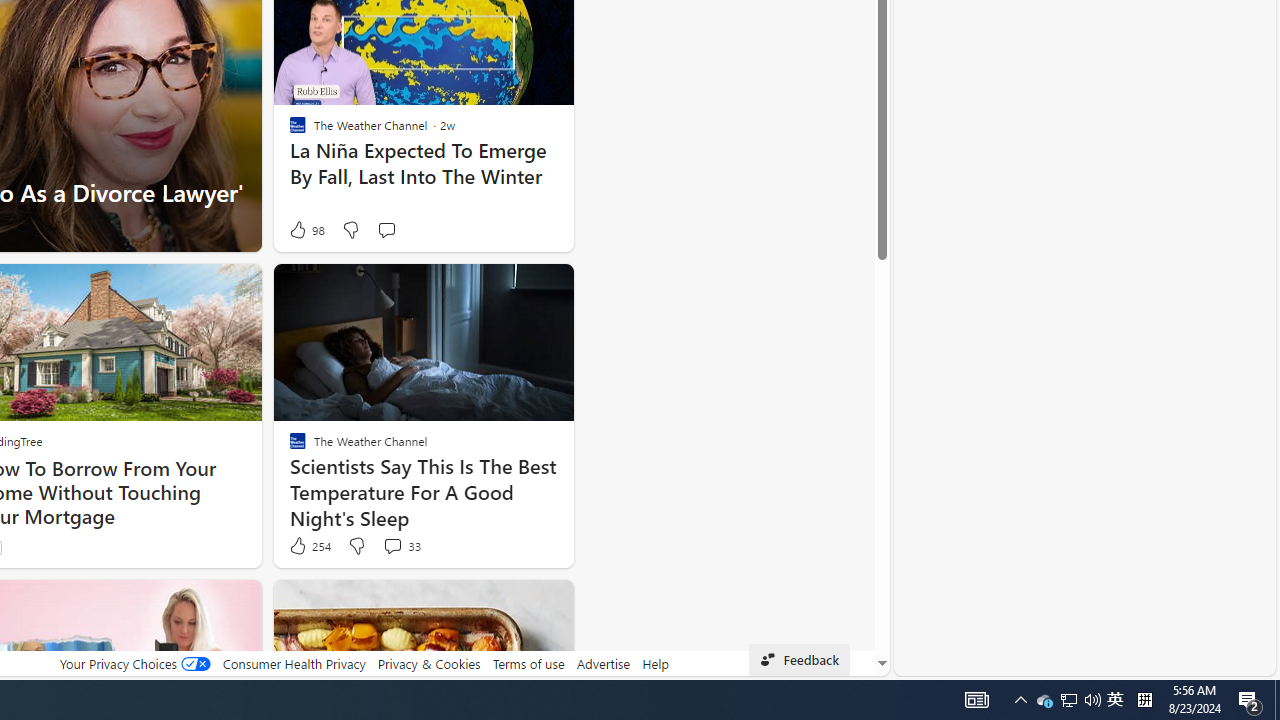  I want to click on 'Consumer Health Privacy', so click(292, 663).